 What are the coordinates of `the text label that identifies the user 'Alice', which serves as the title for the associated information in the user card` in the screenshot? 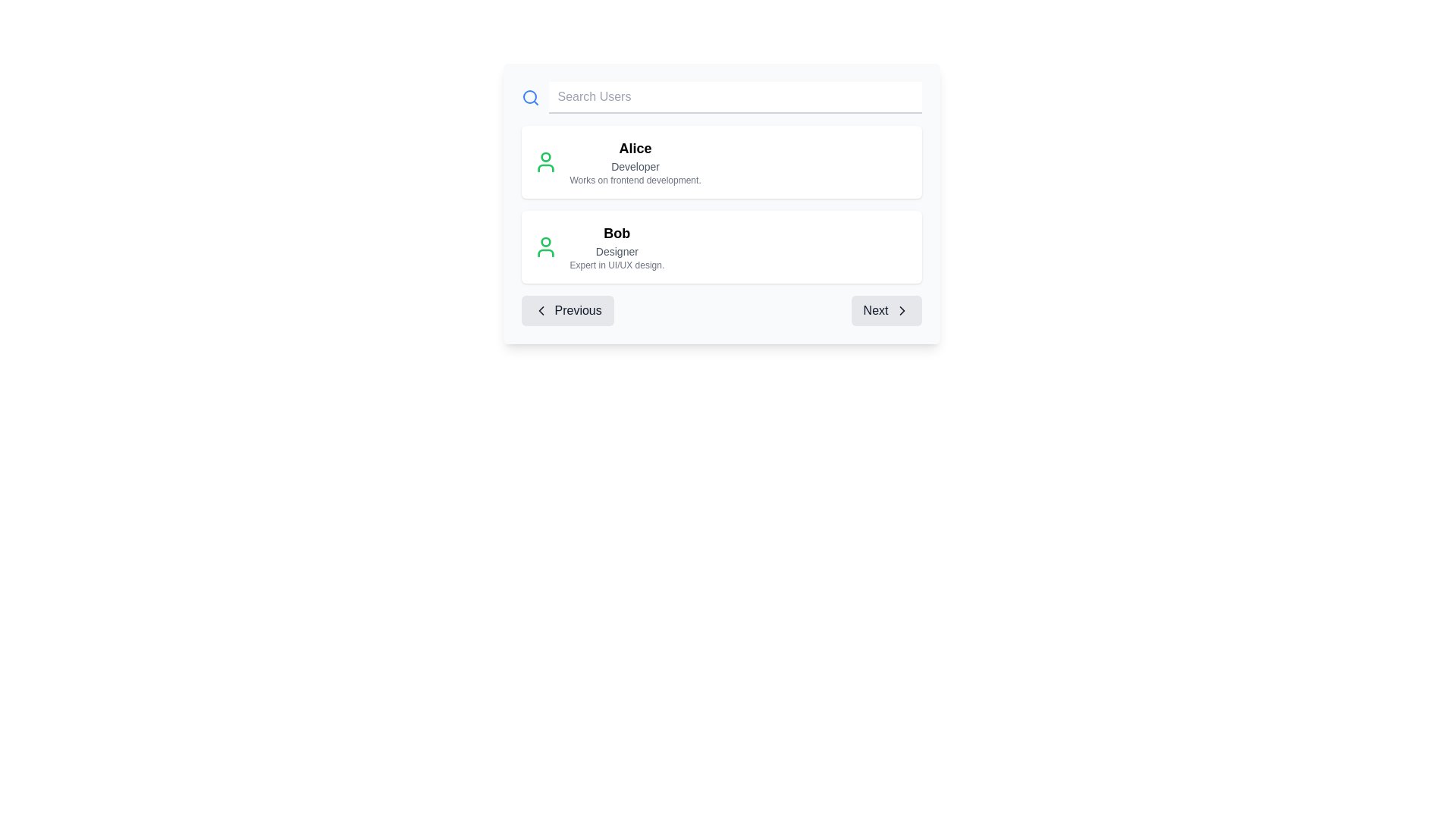 It's located at (635, 149).